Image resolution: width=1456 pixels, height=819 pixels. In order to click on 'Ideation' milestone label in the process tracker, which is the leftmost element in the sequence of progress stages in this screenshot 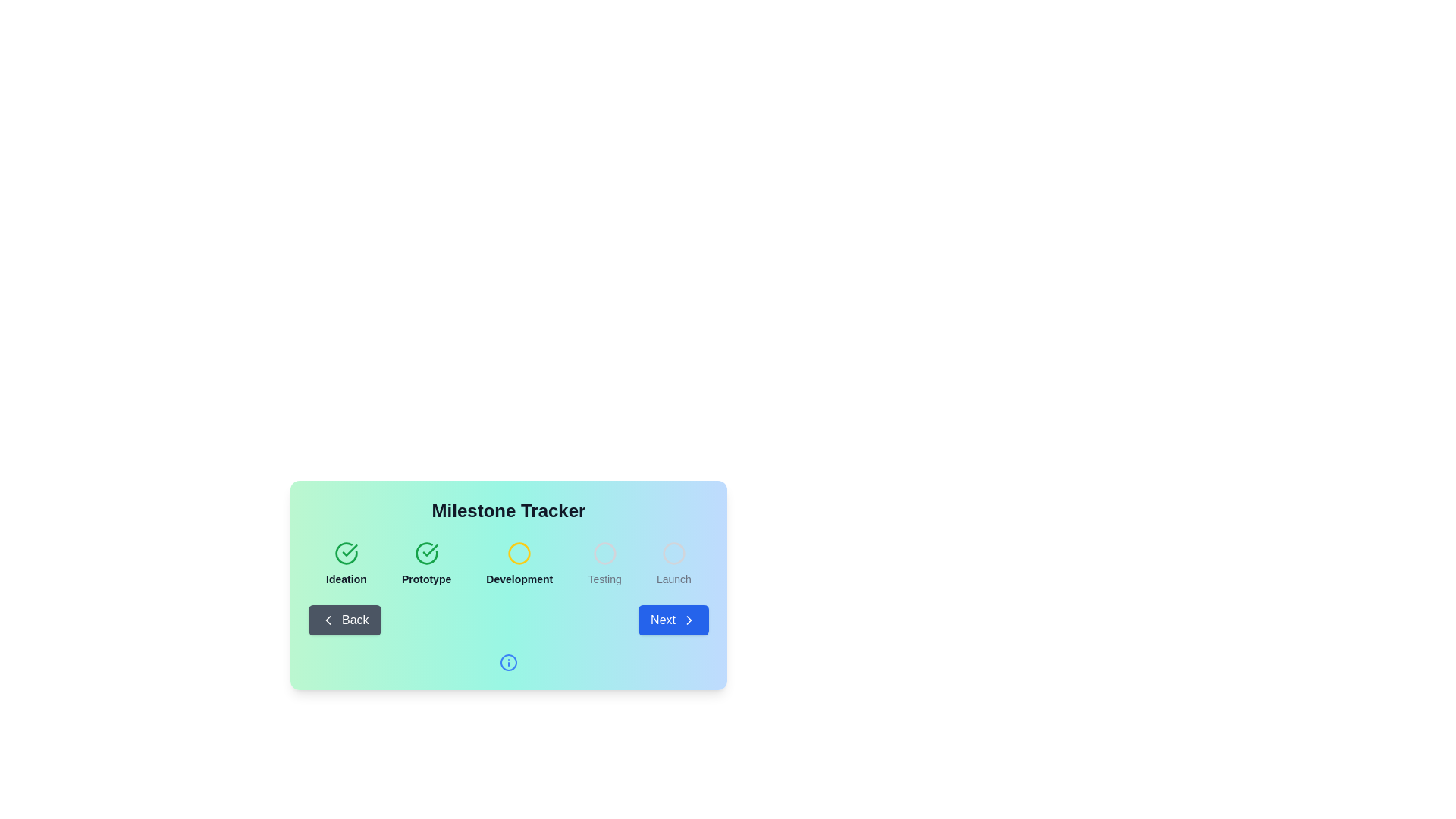, I will do `click(345, 564)`.